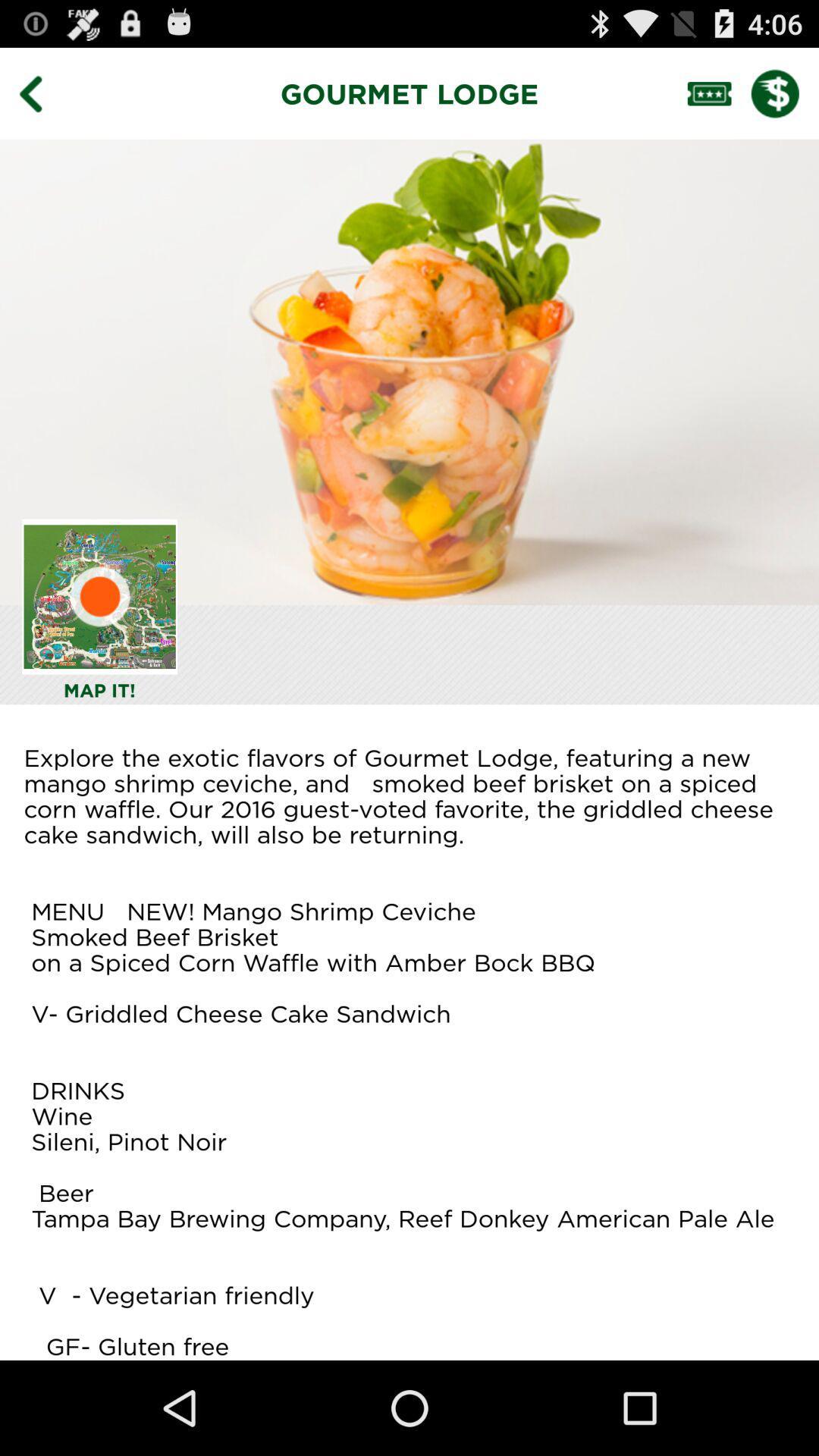 This screenshot has height=1456, width=819. Describe the element at coordinates (99, 596) in the screenshot. I see `map` at that location.